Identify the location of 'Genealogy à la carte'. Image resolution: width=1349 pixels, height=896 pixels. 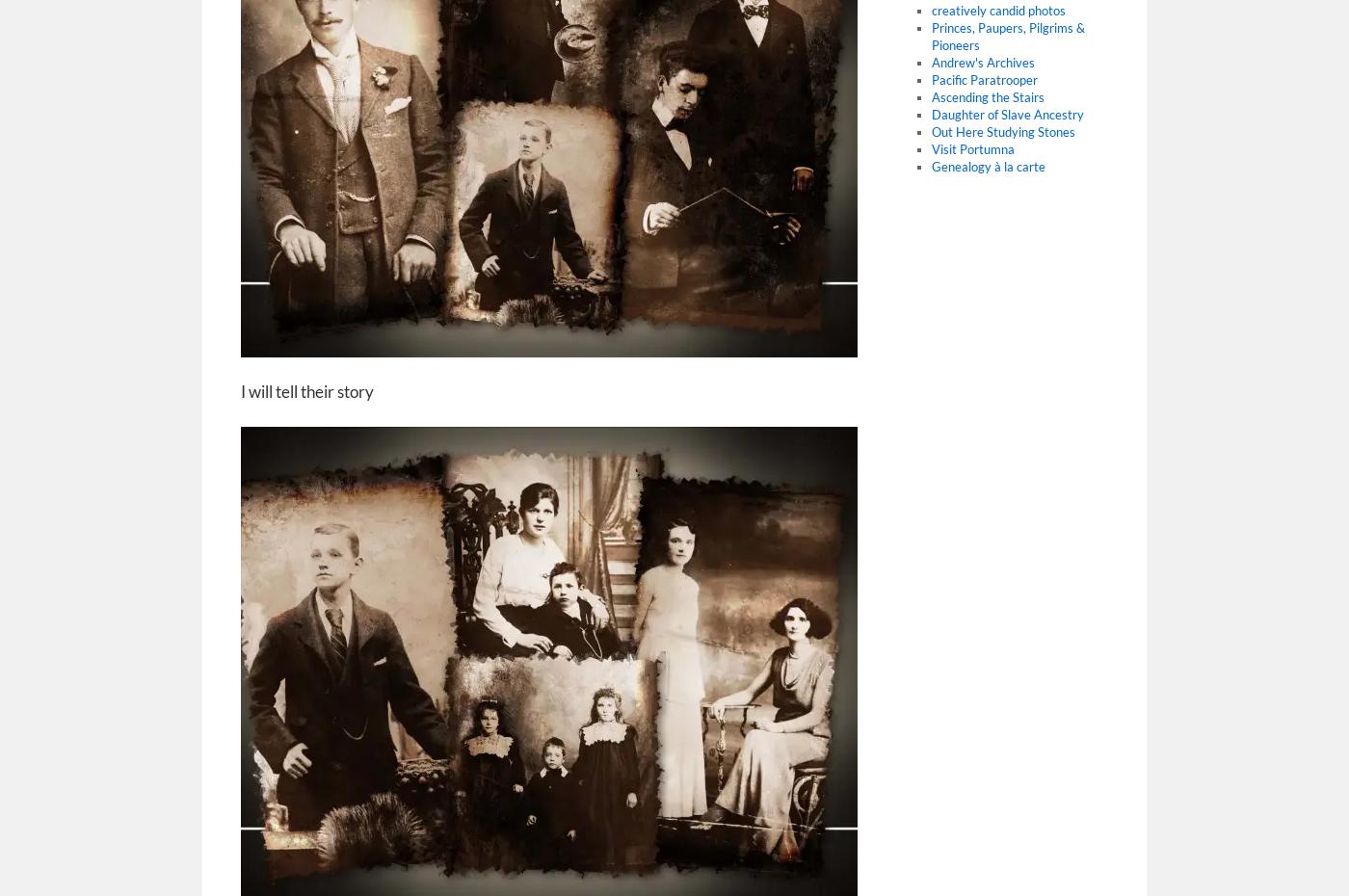
(987, 165).